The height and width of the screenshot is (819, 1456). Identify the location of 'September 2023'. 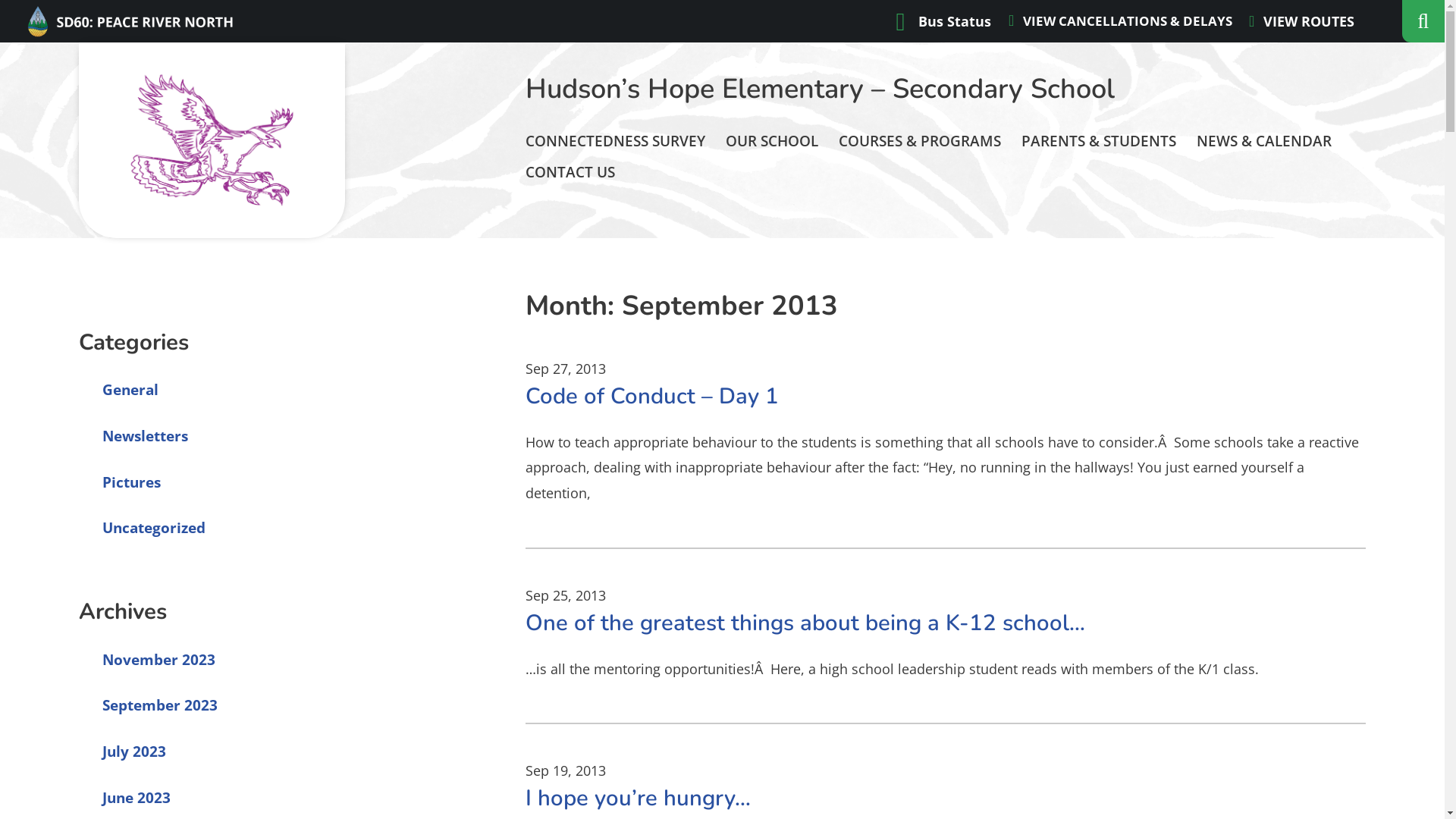
(149, 704).